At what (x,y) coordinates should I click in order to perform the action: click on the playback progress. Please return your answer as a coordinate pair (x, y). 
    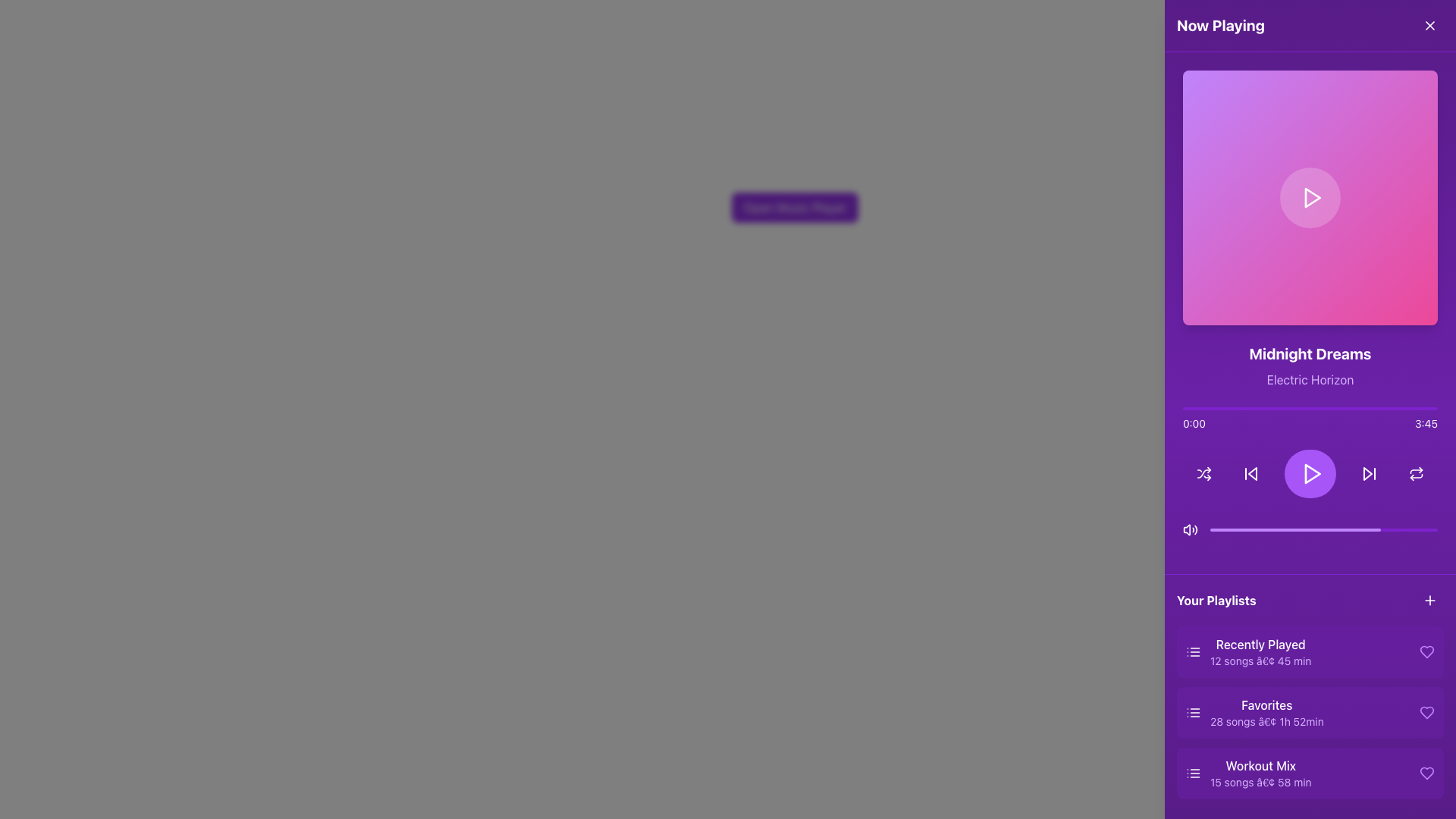
    Looking at the image, I should click on (1304, 529).